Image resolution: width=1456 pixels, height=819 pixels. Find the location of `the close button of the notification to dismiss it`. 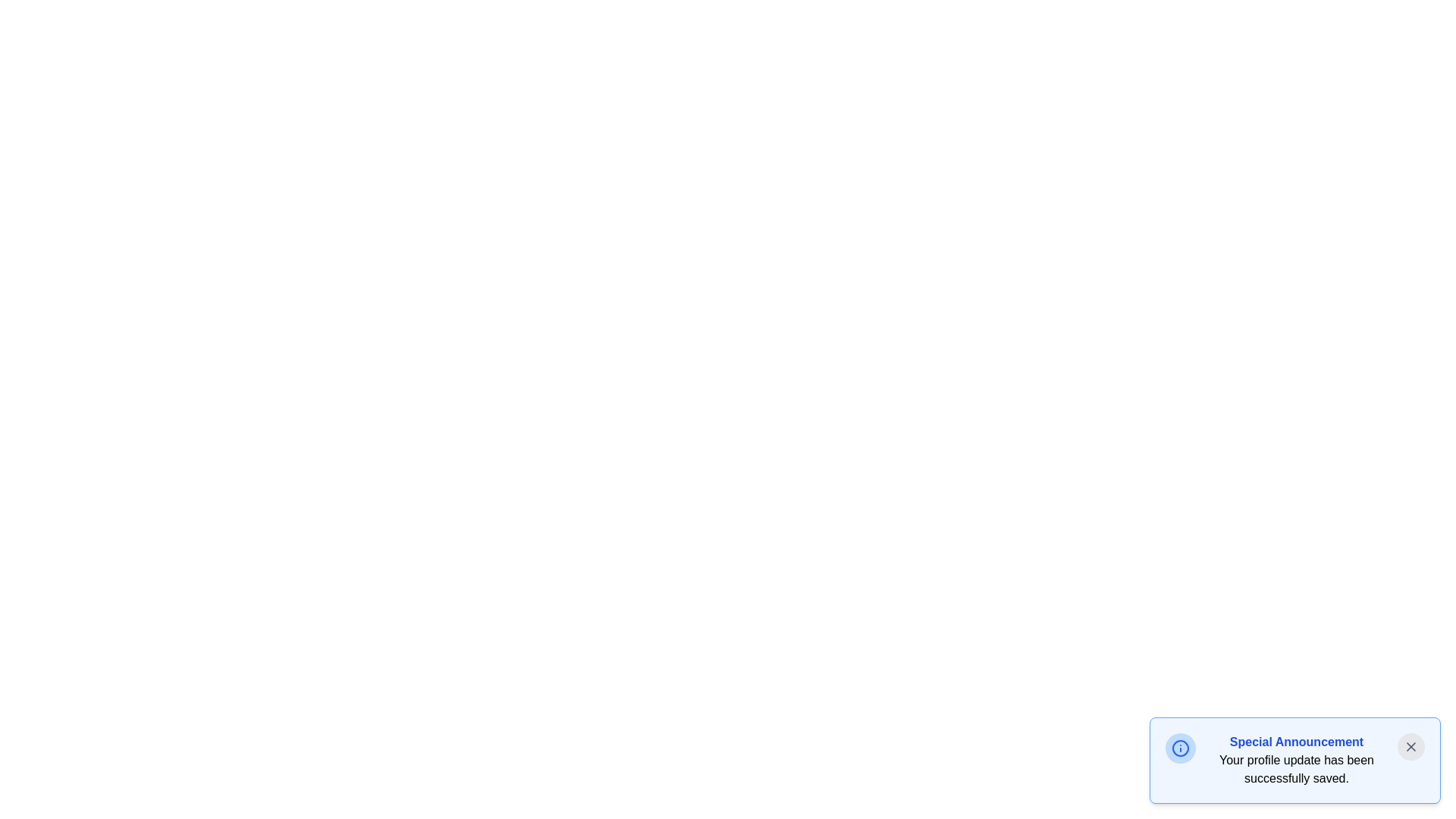

the close button of the notification to dismiss it is located at coordinates (1410, 745).